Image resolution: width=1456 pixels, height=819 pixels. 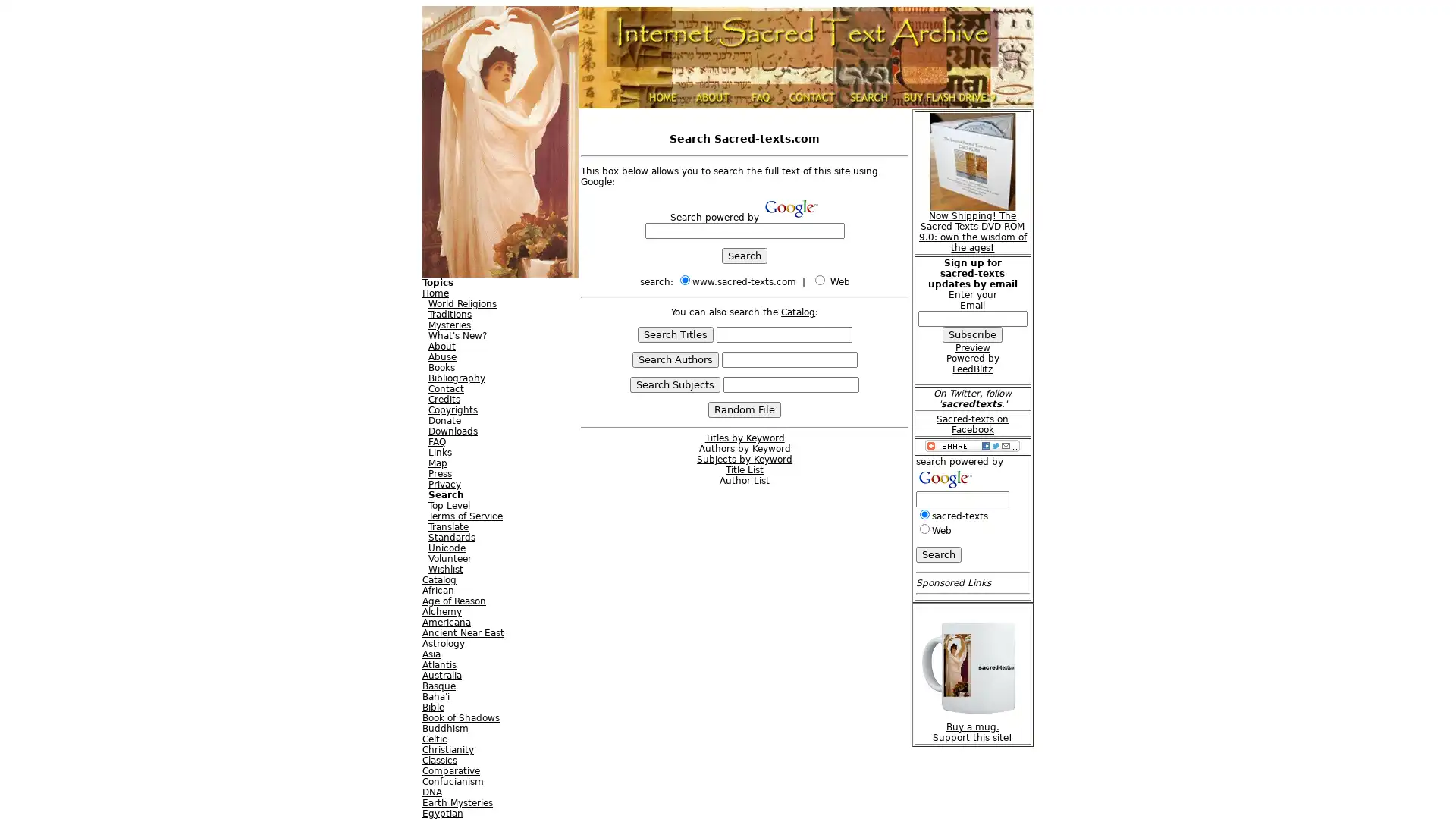 What do you see at coordinates (937, 554) in the screenshot?
I see `Search` at bounding box center [937, 554].